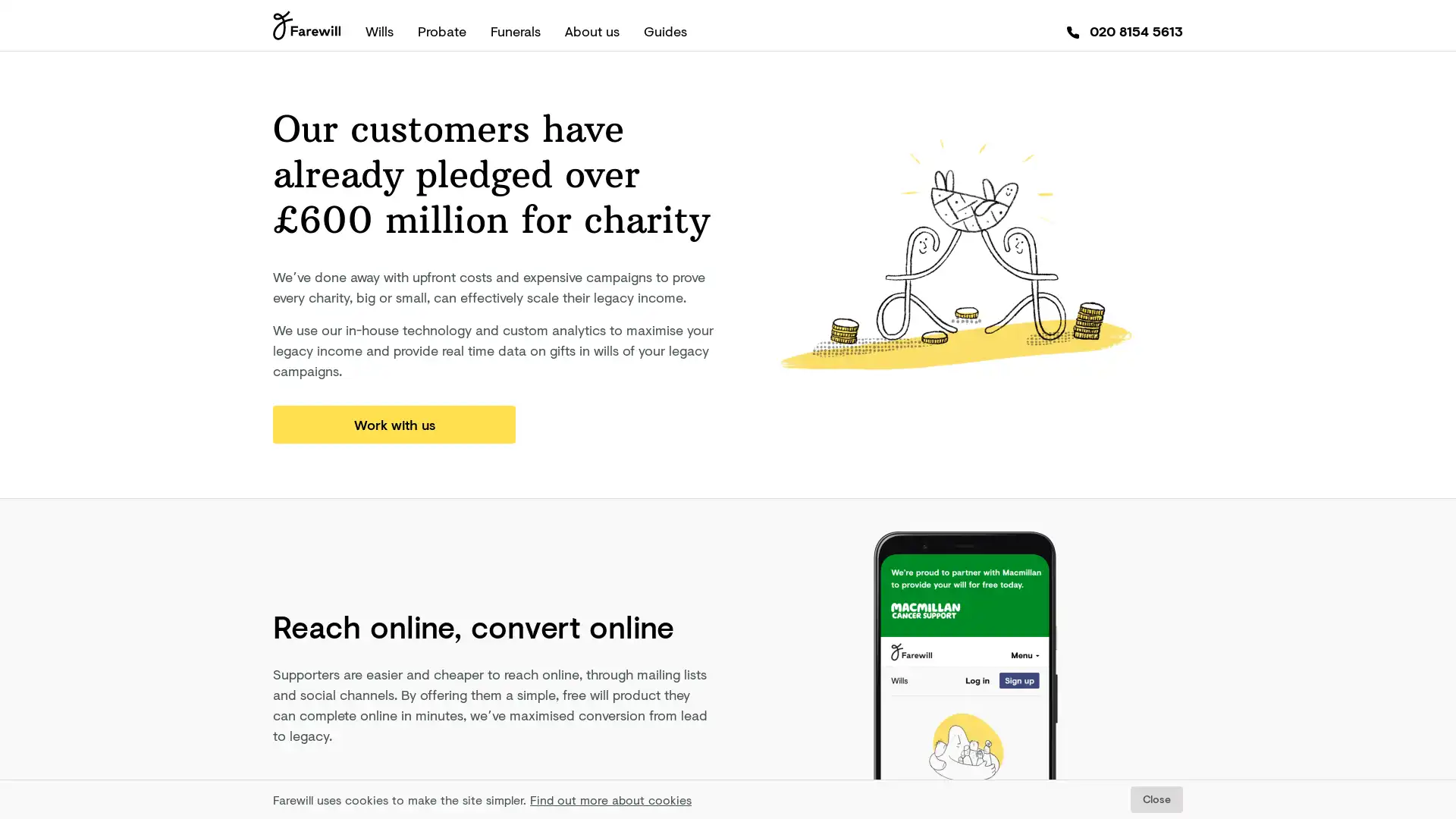 This screenshot has width=1456, height=819. What do you see at coordinates (1156, 799) in the screenshot?
I see `Close cookie banner` at bounding box center [1156, 799].